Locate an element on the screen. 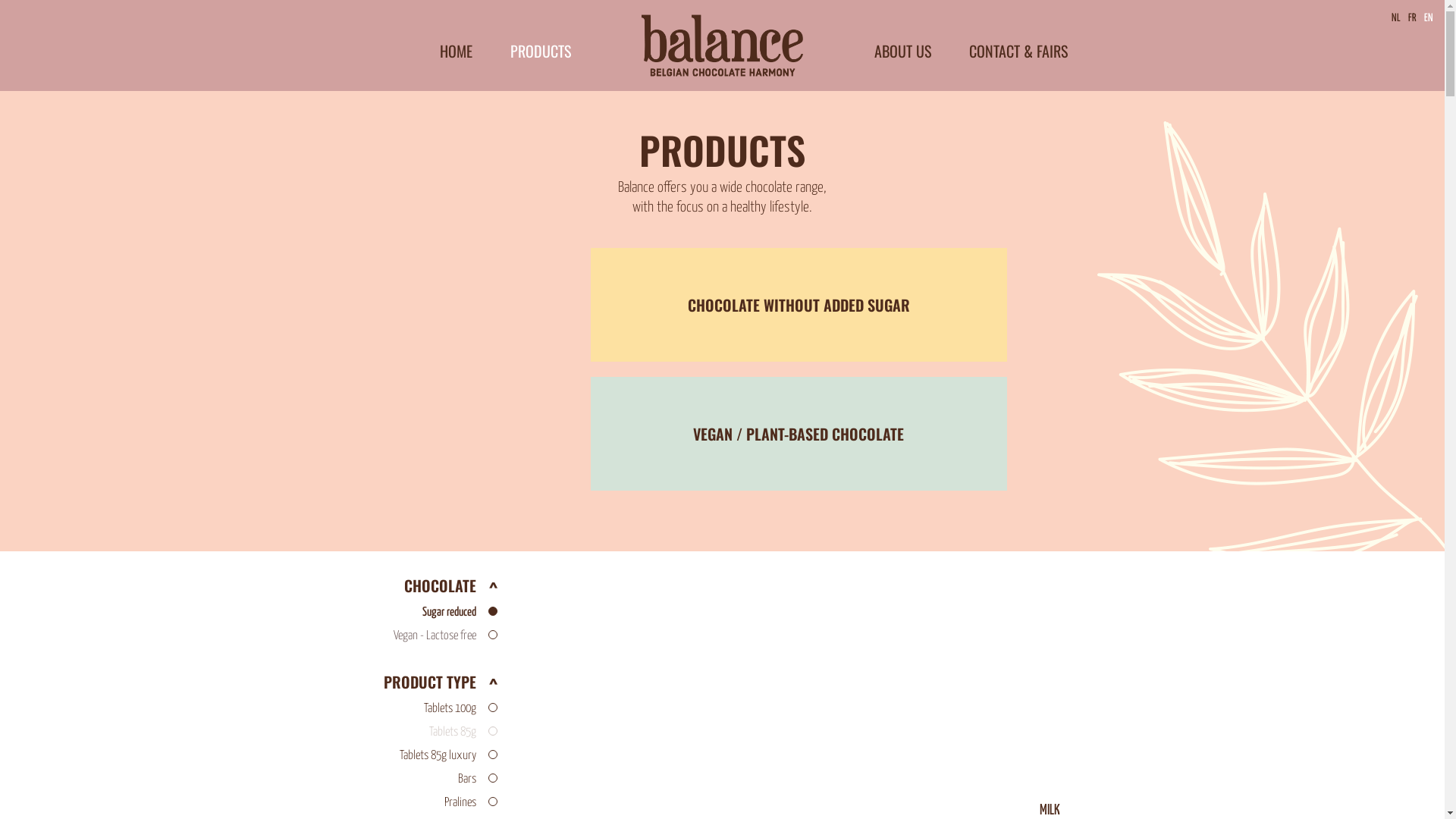  'ABOUT US' is located at coordinates (874, 49).